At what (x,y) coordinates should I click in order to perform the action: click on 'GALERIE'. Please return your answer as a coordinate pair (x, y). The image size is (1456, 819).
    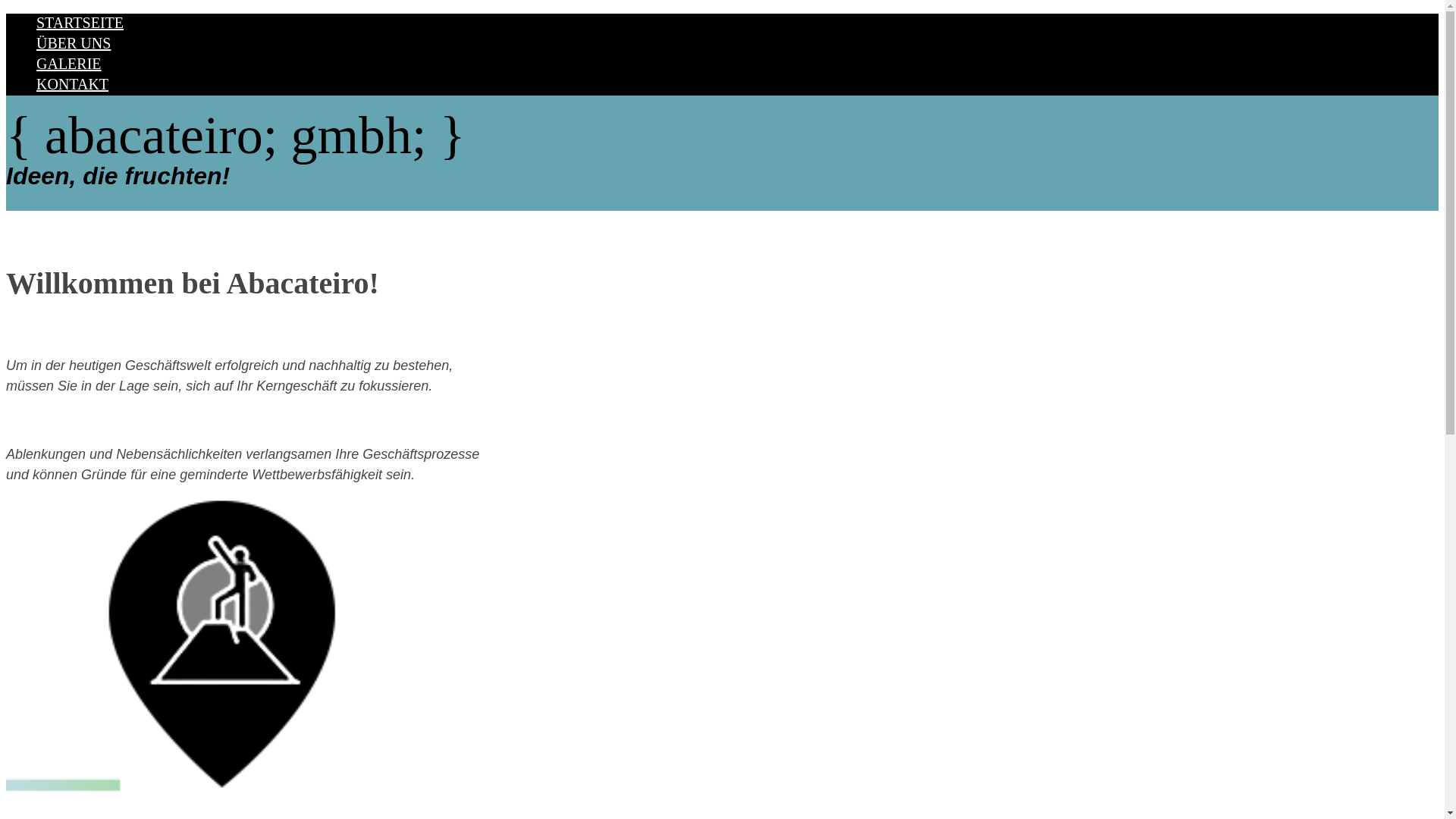
    Looking at the image, I should click on (68, 63).